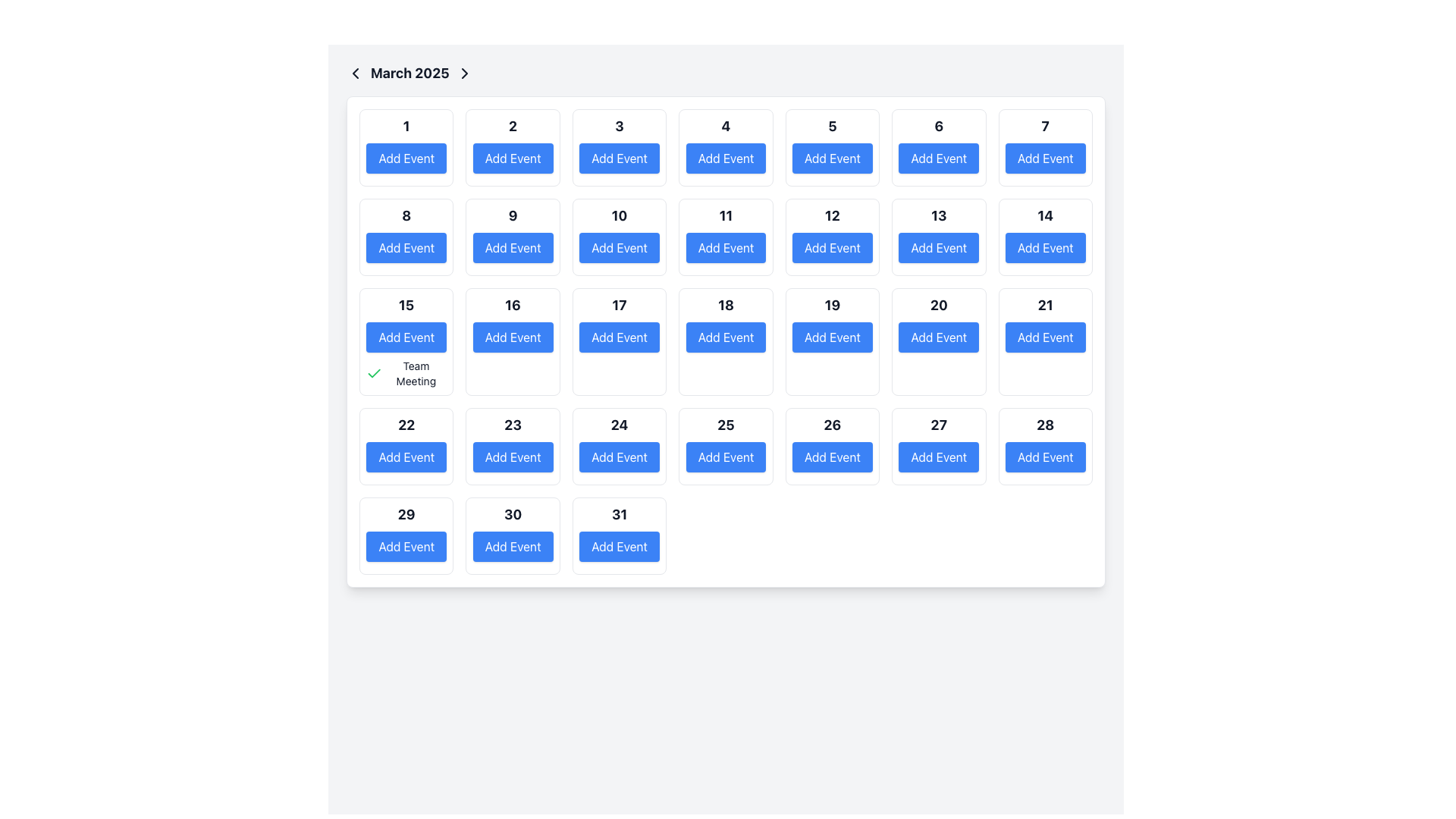 The image size is (1456, 819). I want to click on the leftward-pointing chevron icon, so click(355, 73).